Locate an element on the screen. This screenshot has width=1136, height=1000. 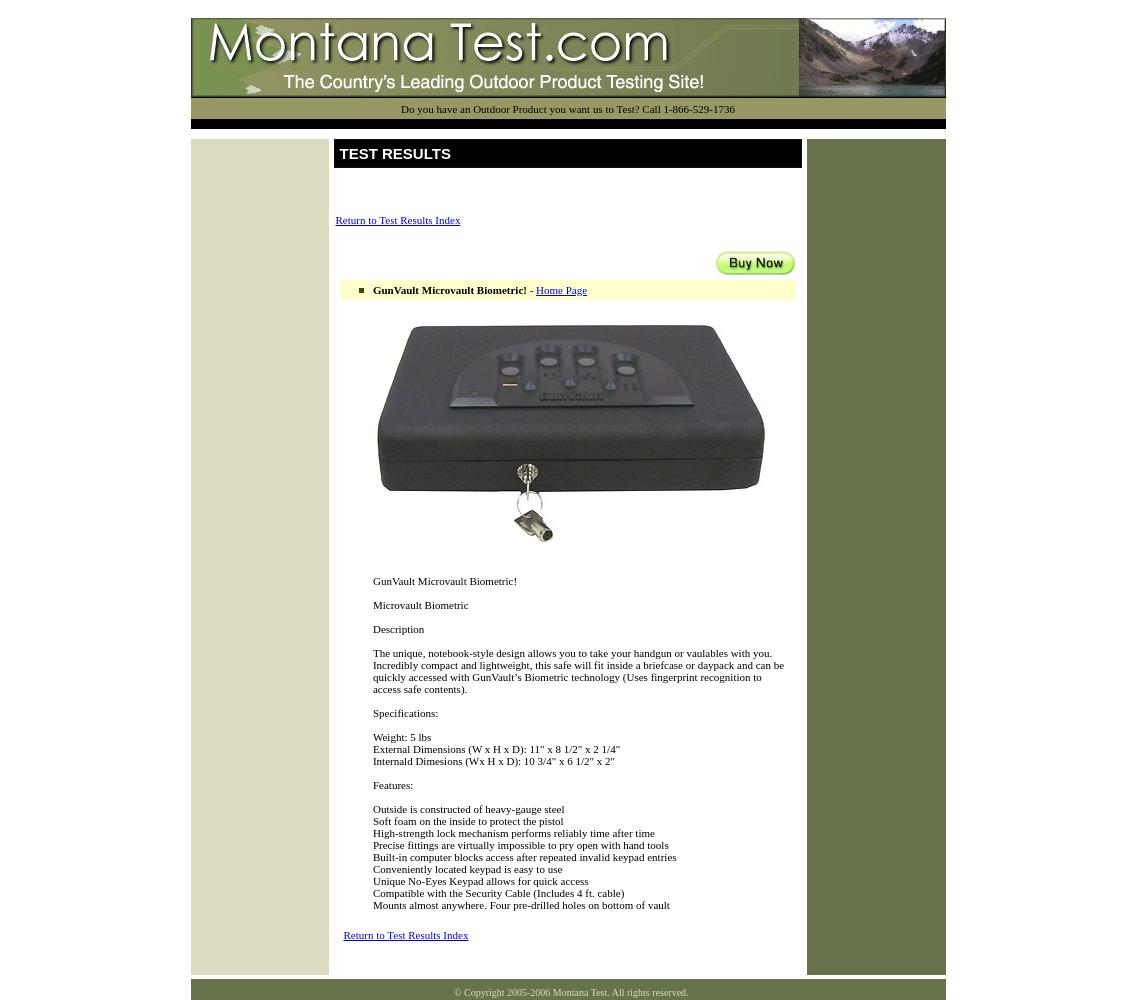
'Description' is located at coordinates (398, 629).